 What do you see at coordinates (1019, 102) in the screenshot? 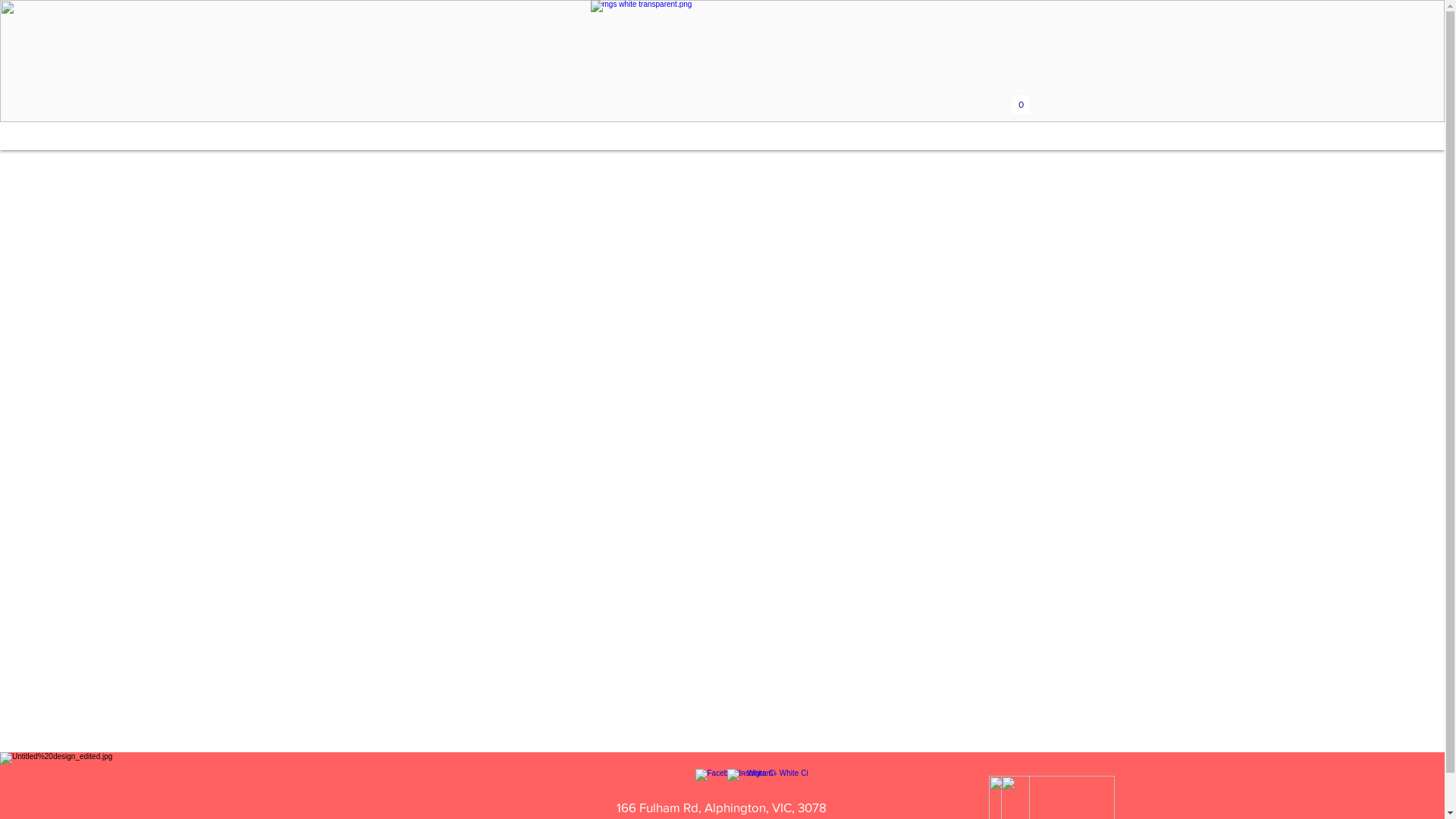
I see `'0'` at bounding box center [1019, 102].